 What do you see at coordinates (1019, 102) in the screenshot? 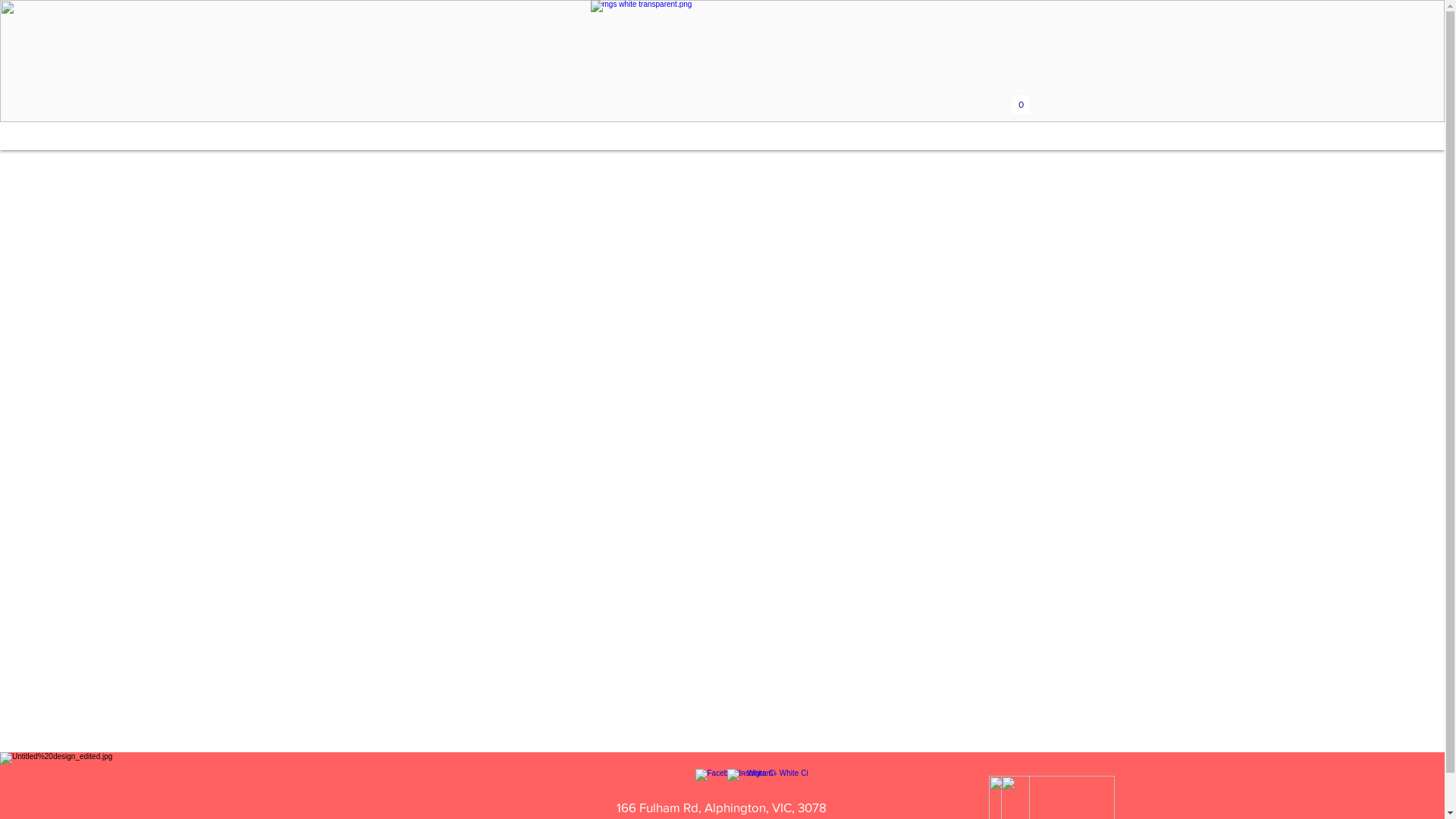
I see `'0'` at bounding box center [1019, 102].